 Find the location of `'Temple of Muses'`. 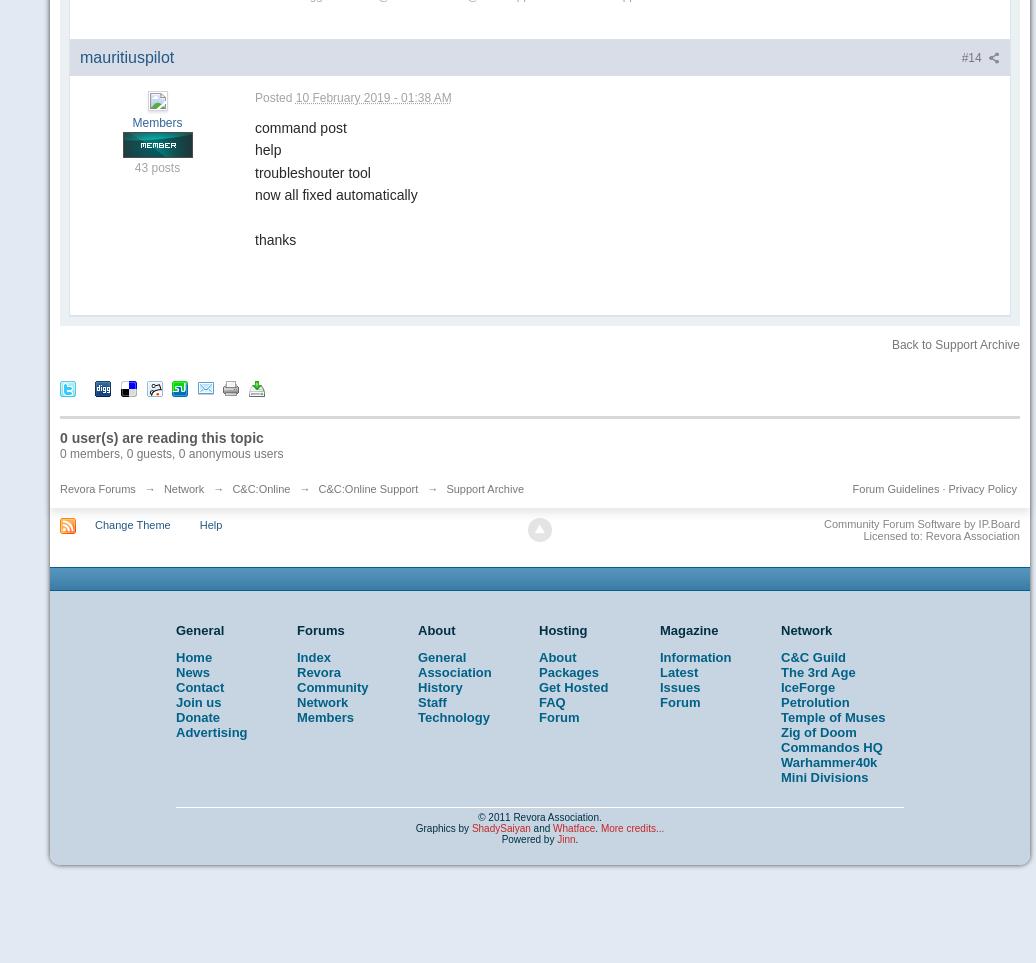

'Temple of Muses' is located at coordinates (833, 716).